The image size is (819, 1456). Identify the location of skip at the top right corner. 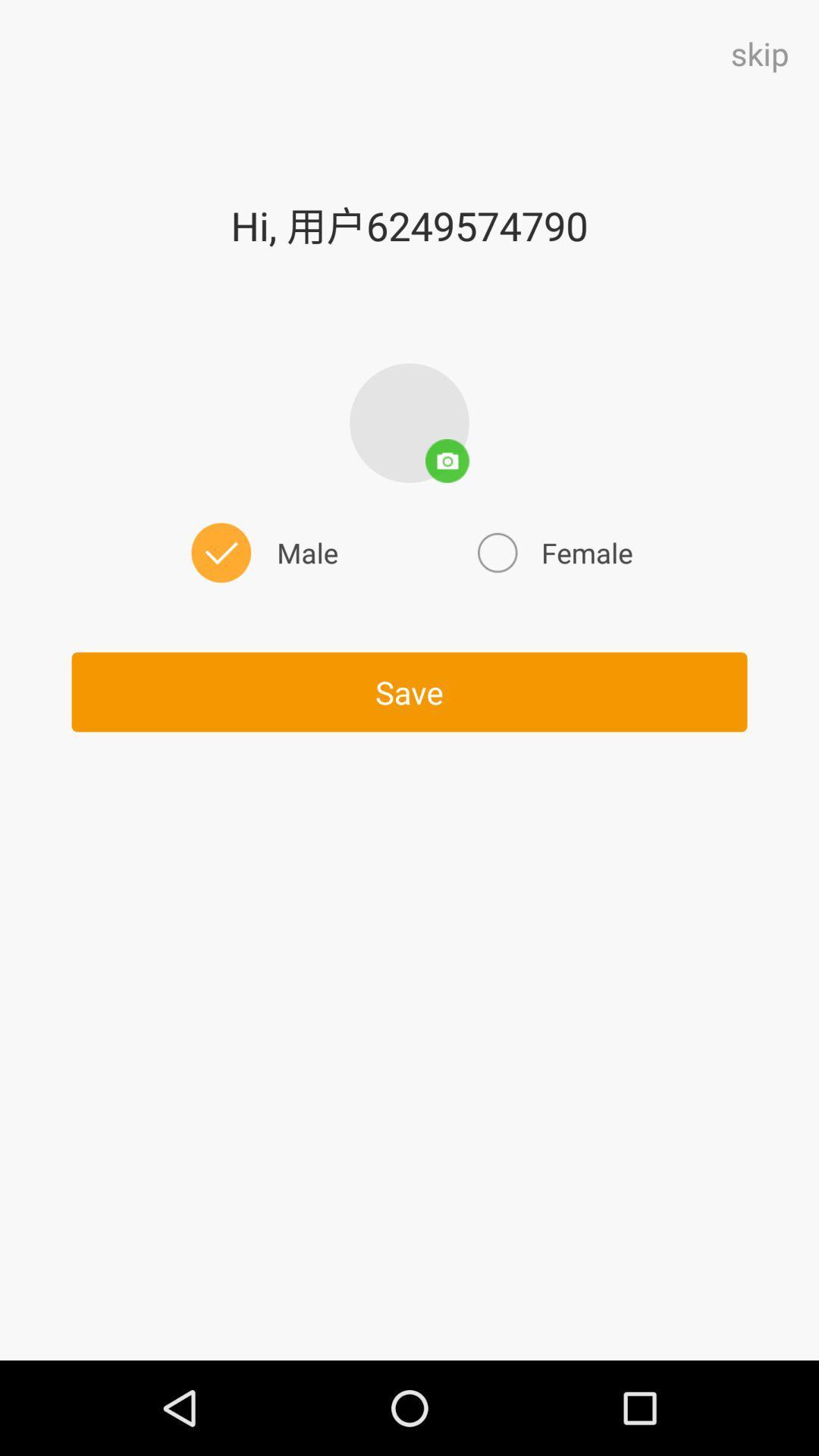
(760, 53).